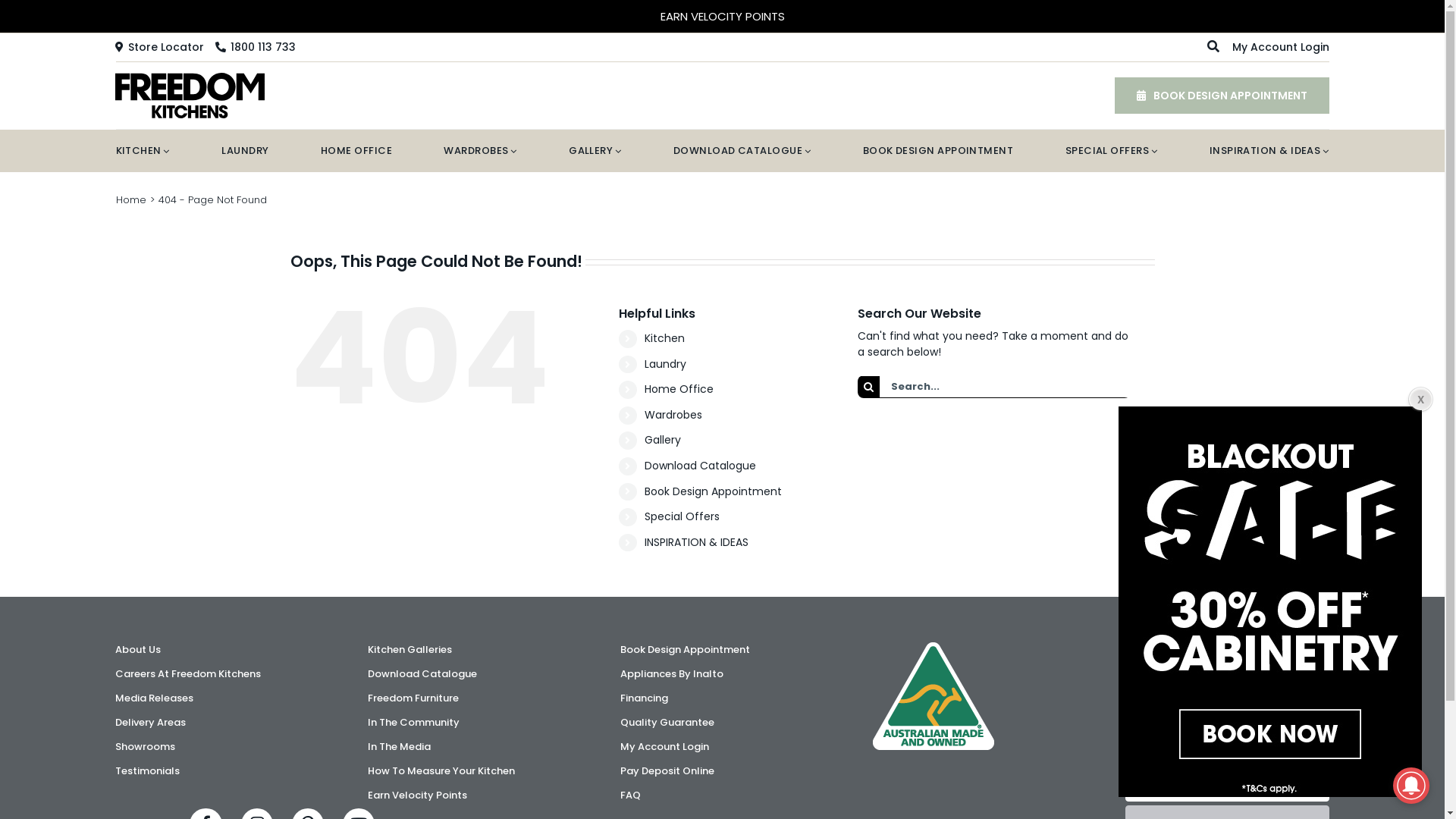  I want to click on 'Home Office', so click(678, 388).